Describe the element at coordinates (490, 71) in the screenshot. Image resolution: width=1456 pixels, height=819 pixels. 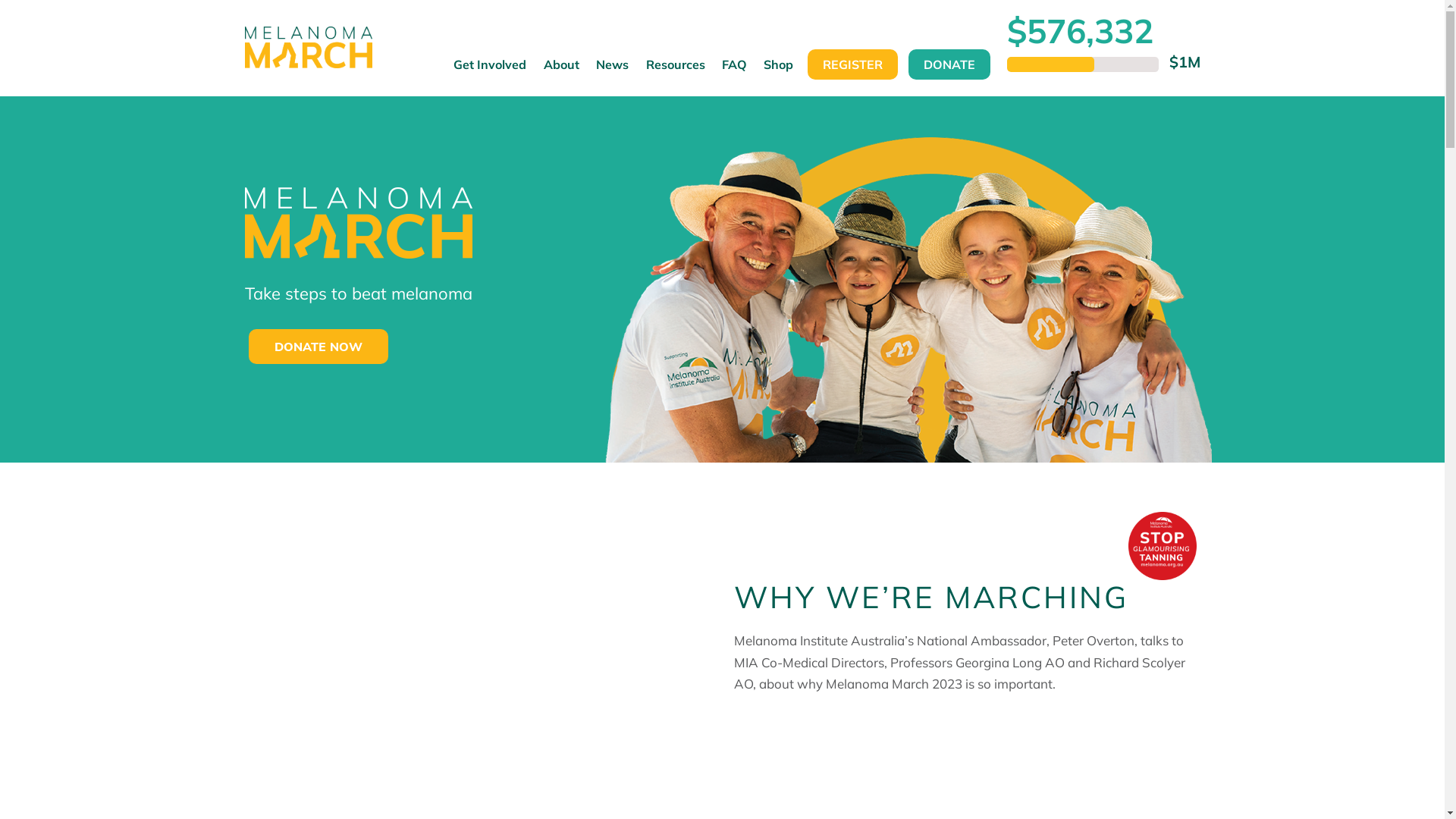
I see `'Get Involved'` at that location.